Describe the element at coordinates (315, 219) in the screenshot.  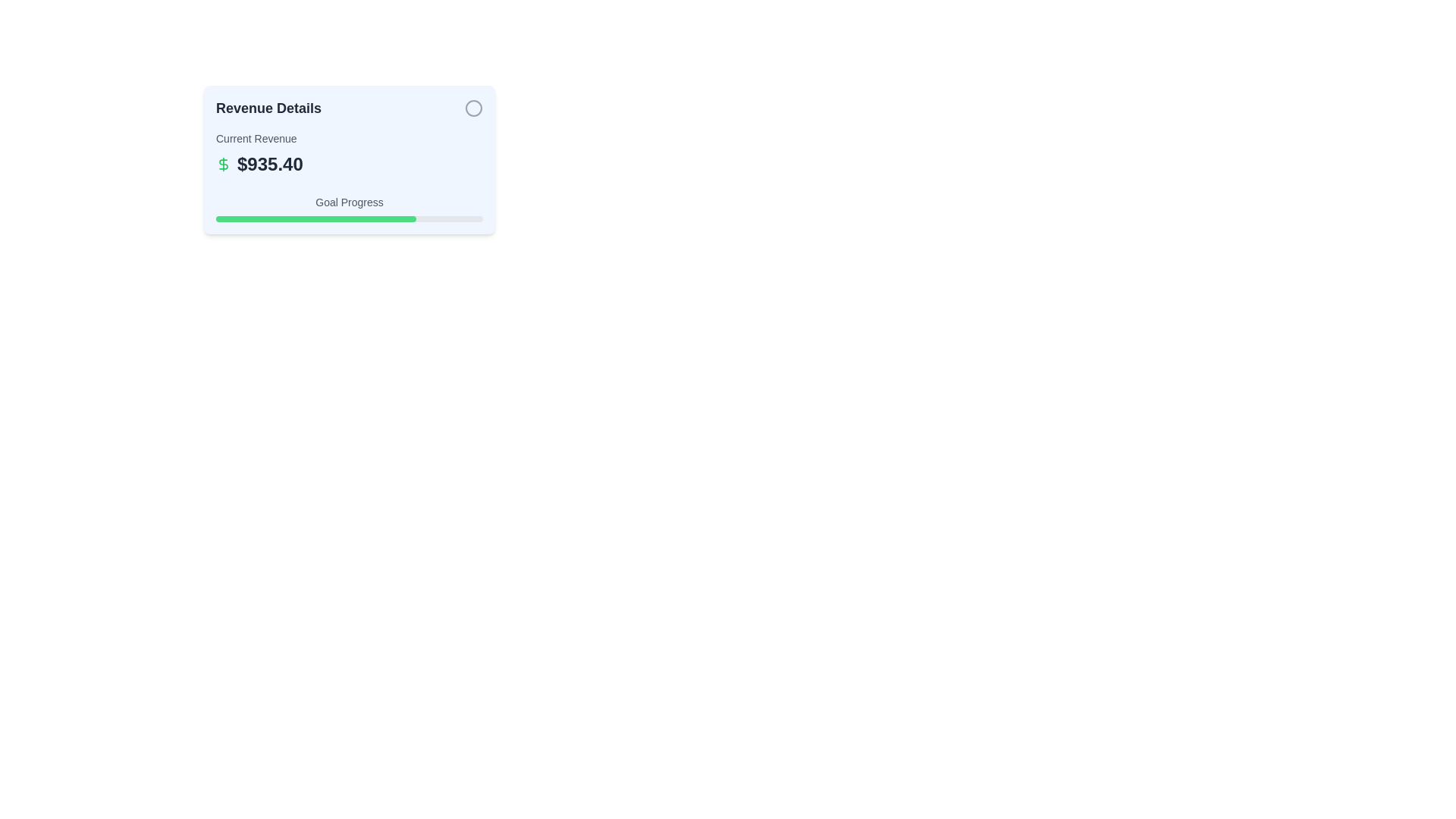
I see `the green progress bar located beneath the 'Goal Progress' label in the 'Revenue Details' card` at that location.